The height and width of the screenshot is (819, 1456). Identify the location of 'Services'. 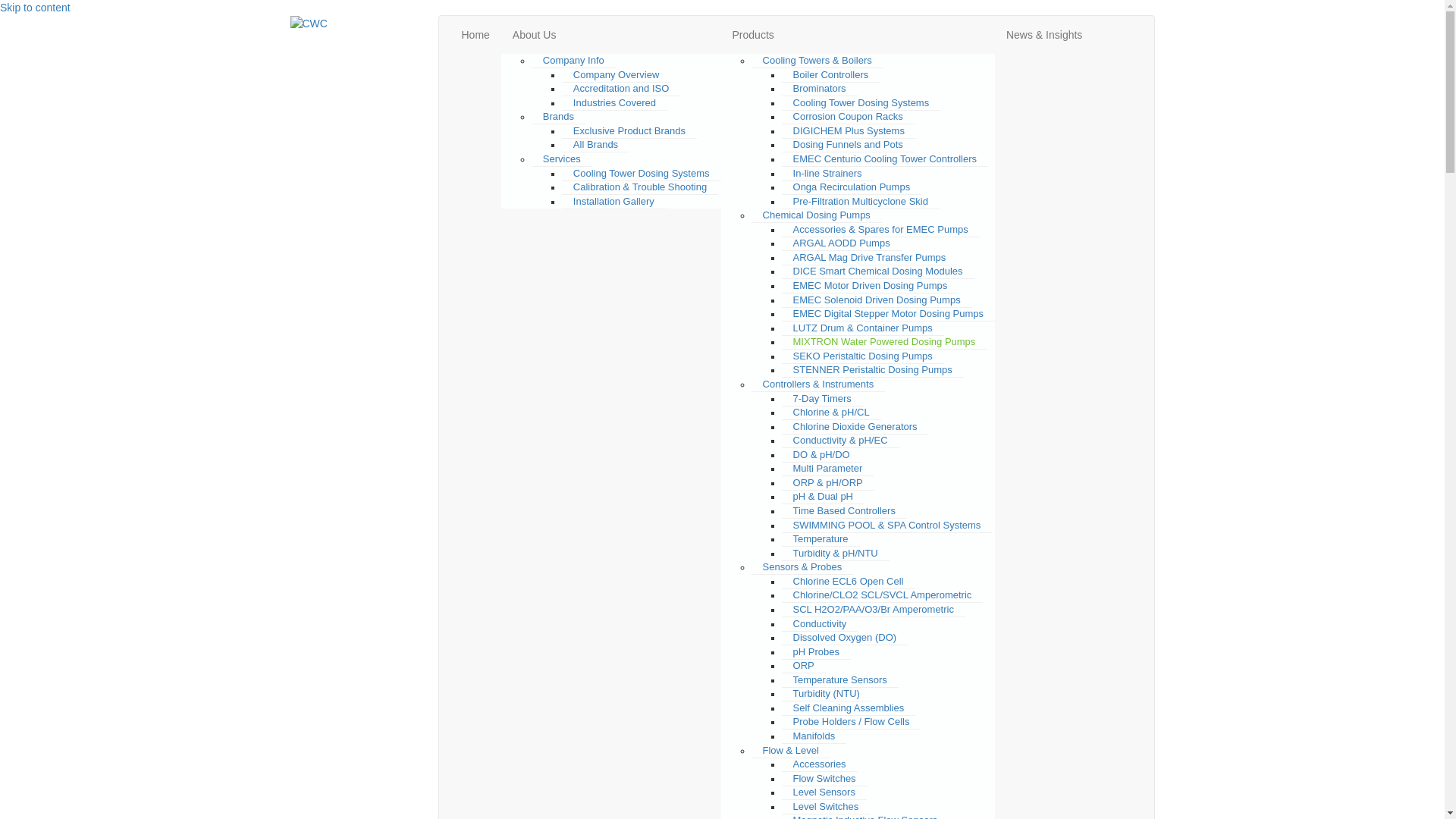
(531, 158).